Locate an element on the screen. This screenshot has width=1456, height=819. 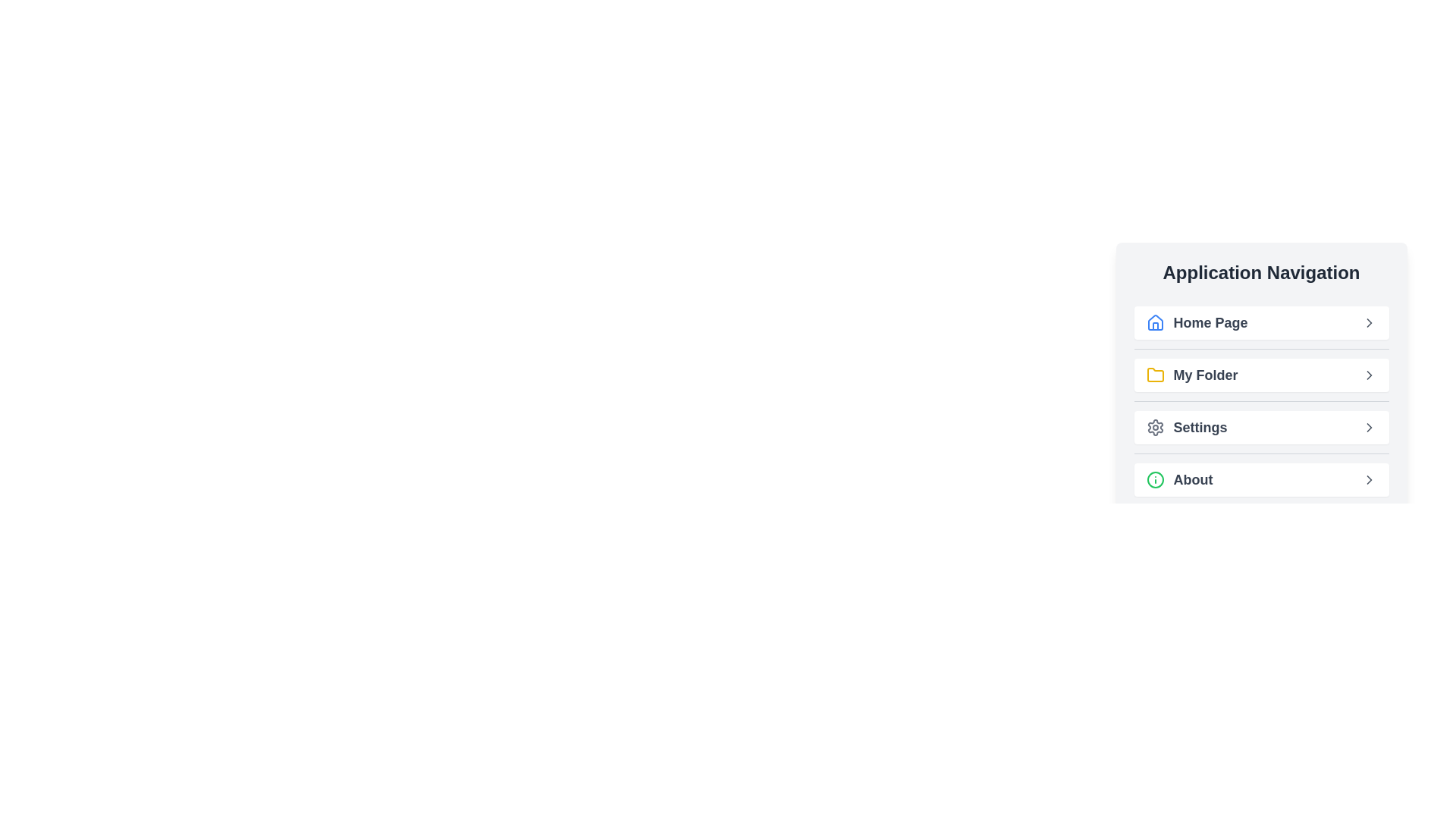
the 'Settings' button, which features a gear icon and is the third item in the Application Navigation menu, located between 'My Folder' and 'About.' is located at coordinates (1185, 427).